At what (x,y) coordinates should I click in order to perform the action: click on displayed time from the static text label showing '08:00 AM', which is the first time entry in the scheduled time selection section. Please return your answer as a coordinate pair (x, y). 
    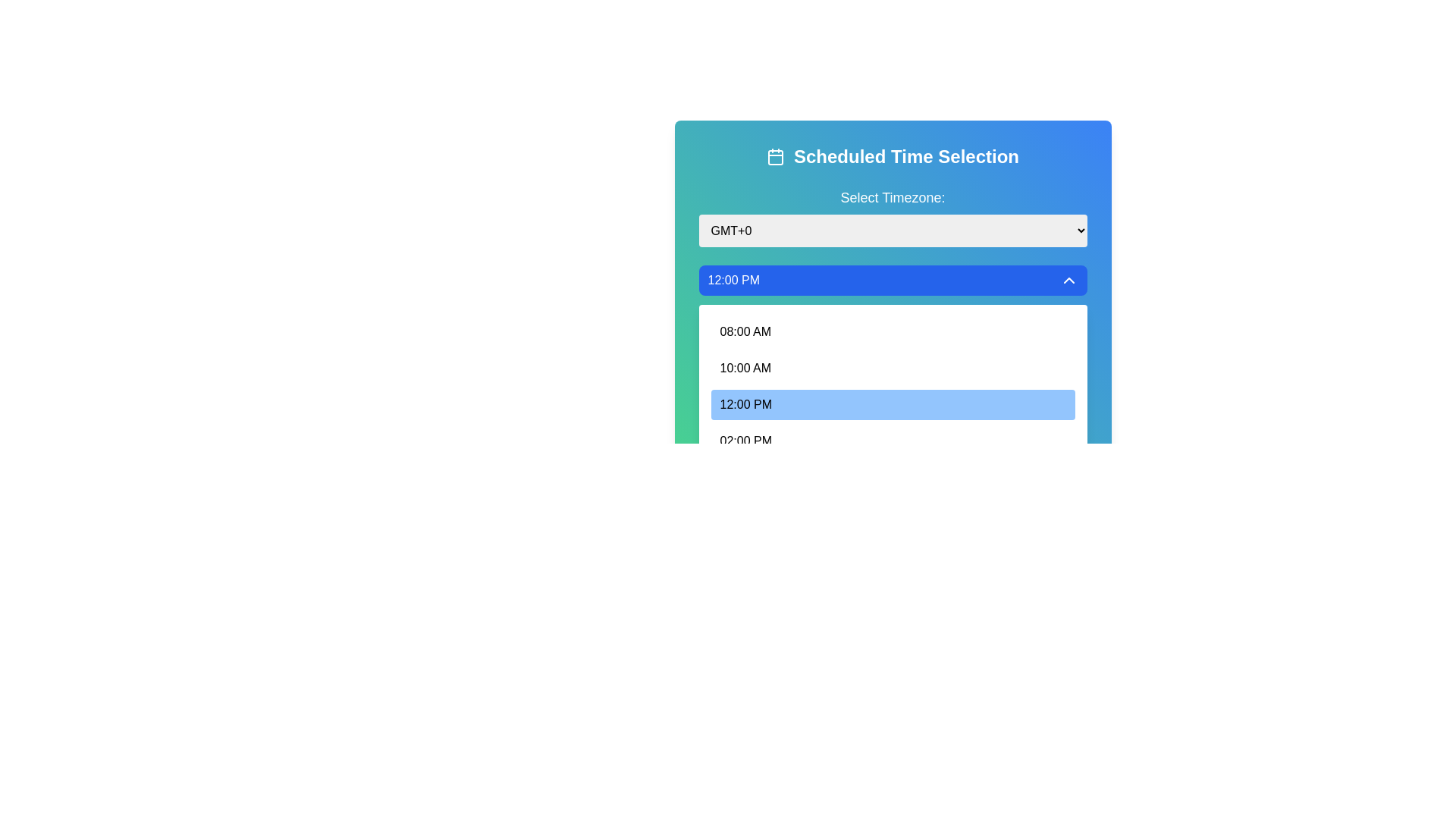
    Looking at the image, I should click on (745, 331).